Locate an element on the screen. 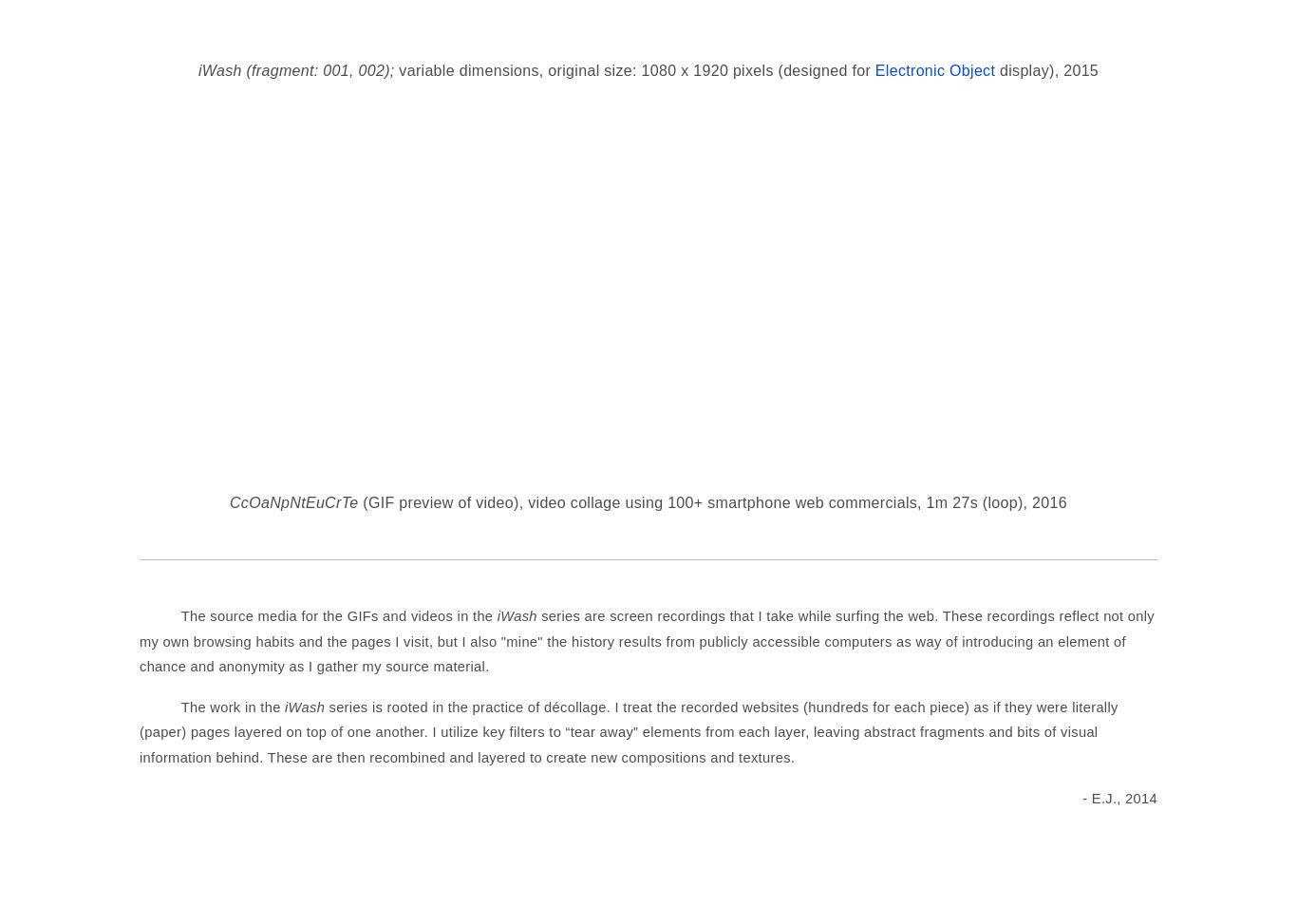 This screenshot has width=1297, height=924. ';' is located at coordinates (387, 68).